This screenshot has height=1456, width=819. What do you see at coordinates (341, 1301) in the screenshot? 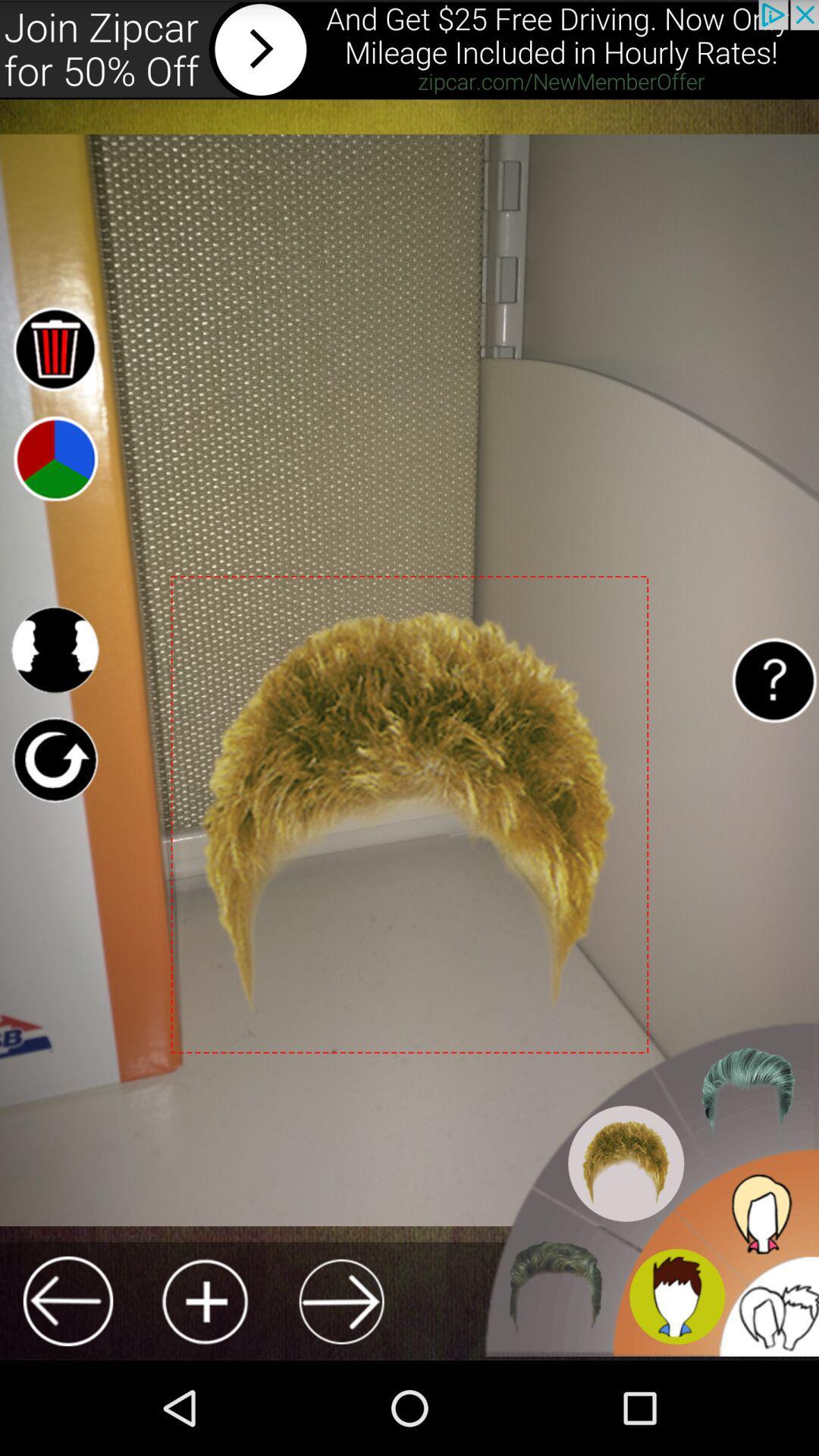
I see `next hair style` at bounding box center [341, 1301].